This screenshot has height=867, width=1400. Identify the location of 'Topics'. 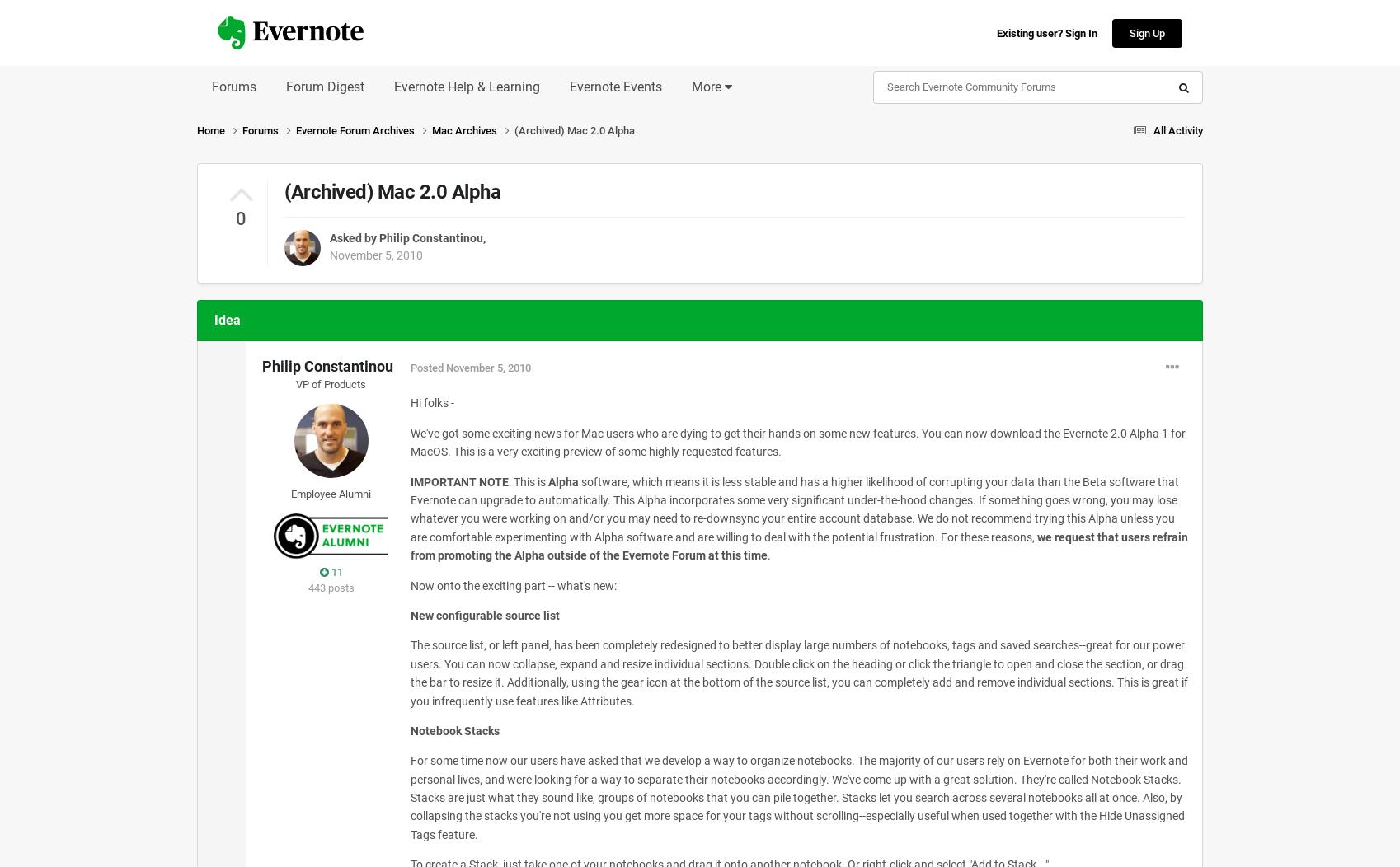
(1041, 258).